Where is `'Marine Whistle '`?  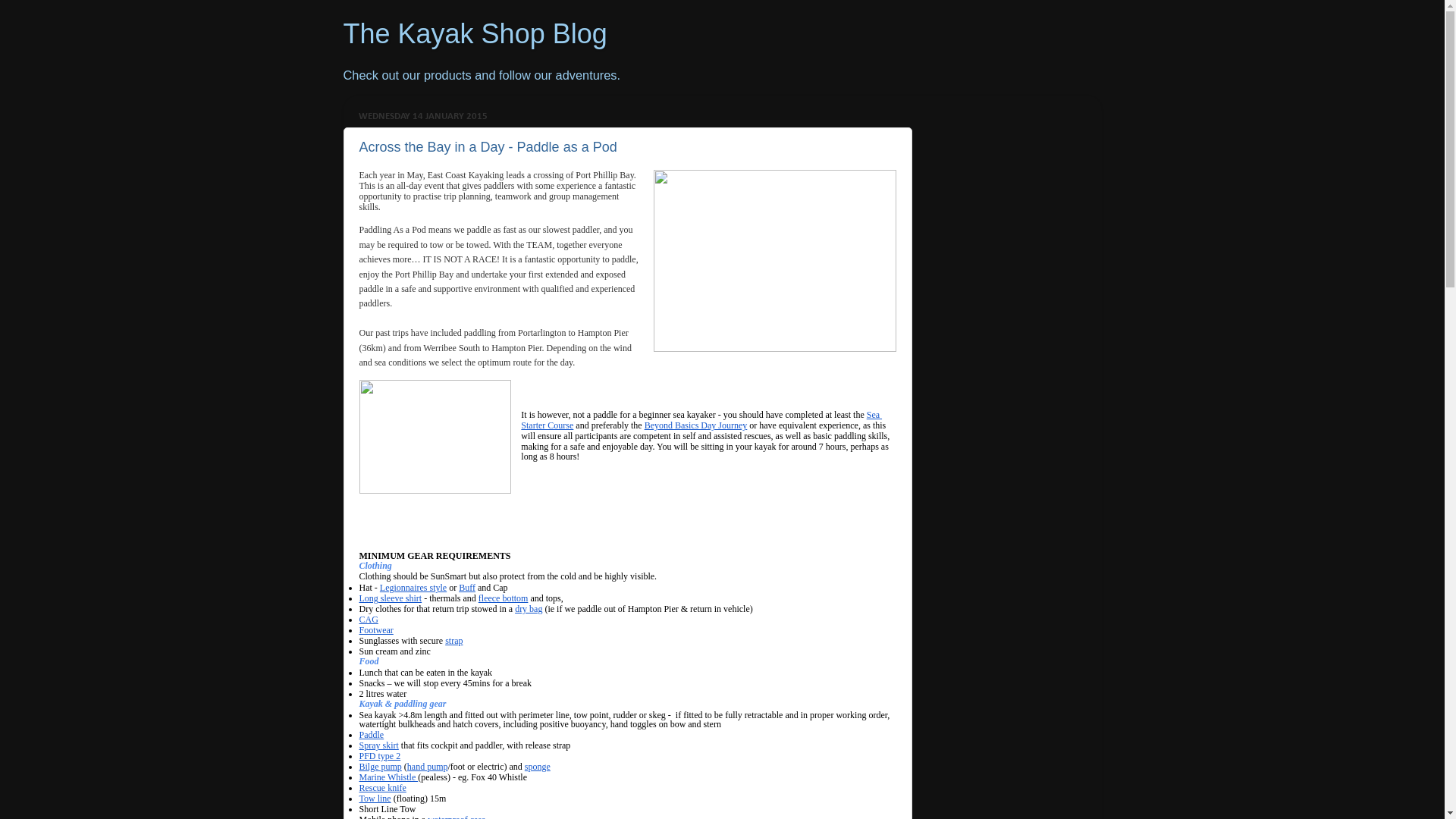
'Marine Whistle ' is located at coordinates (389, 777).